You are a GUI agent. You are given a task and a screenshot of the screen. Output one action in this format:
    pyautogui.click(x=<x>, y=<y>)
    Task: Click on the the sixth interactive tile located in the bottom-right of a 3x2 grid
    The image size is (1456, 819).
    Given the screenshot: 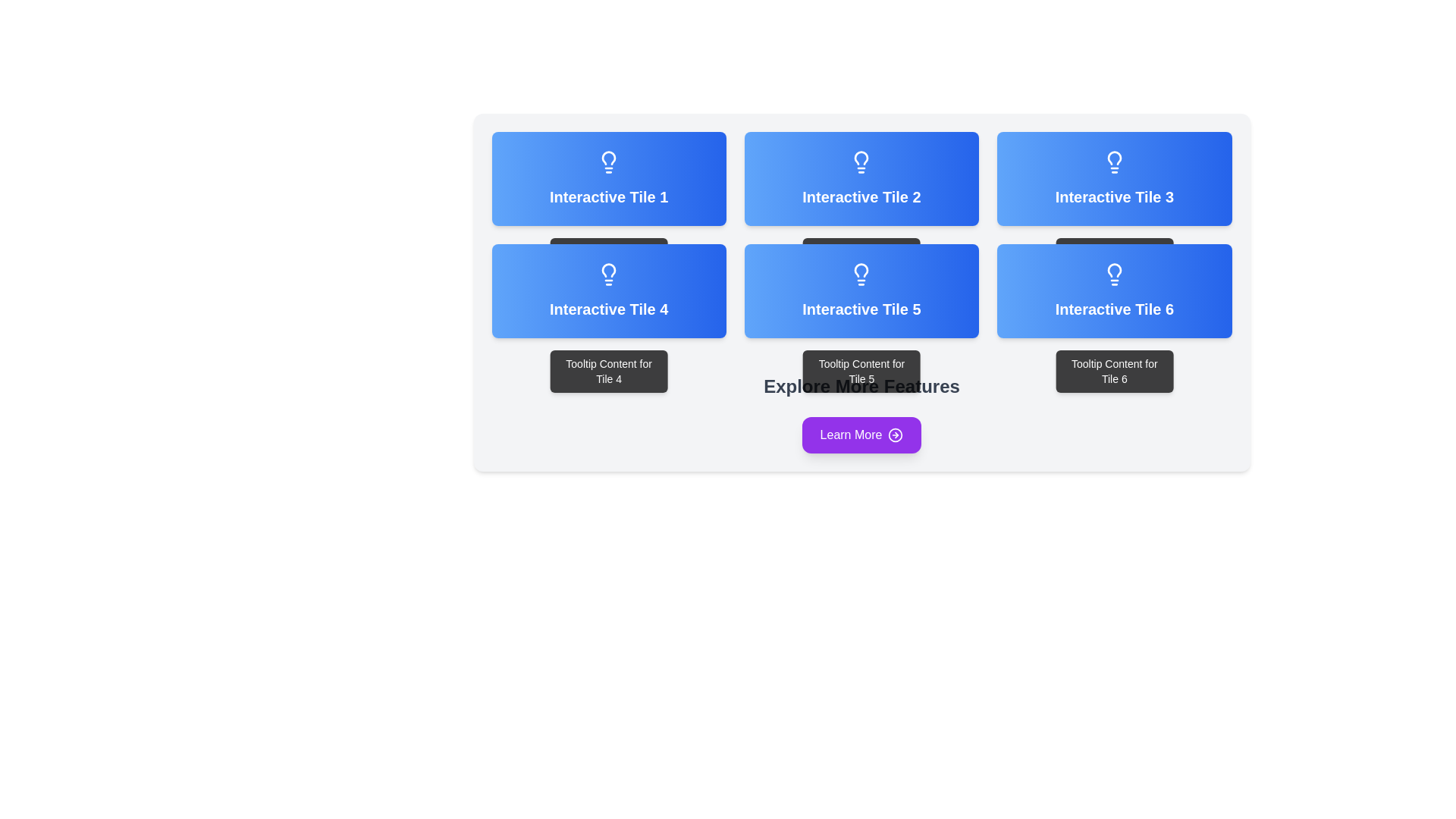 What is the action you would take?
    pyautogui.click(x=1114, y=291)
    